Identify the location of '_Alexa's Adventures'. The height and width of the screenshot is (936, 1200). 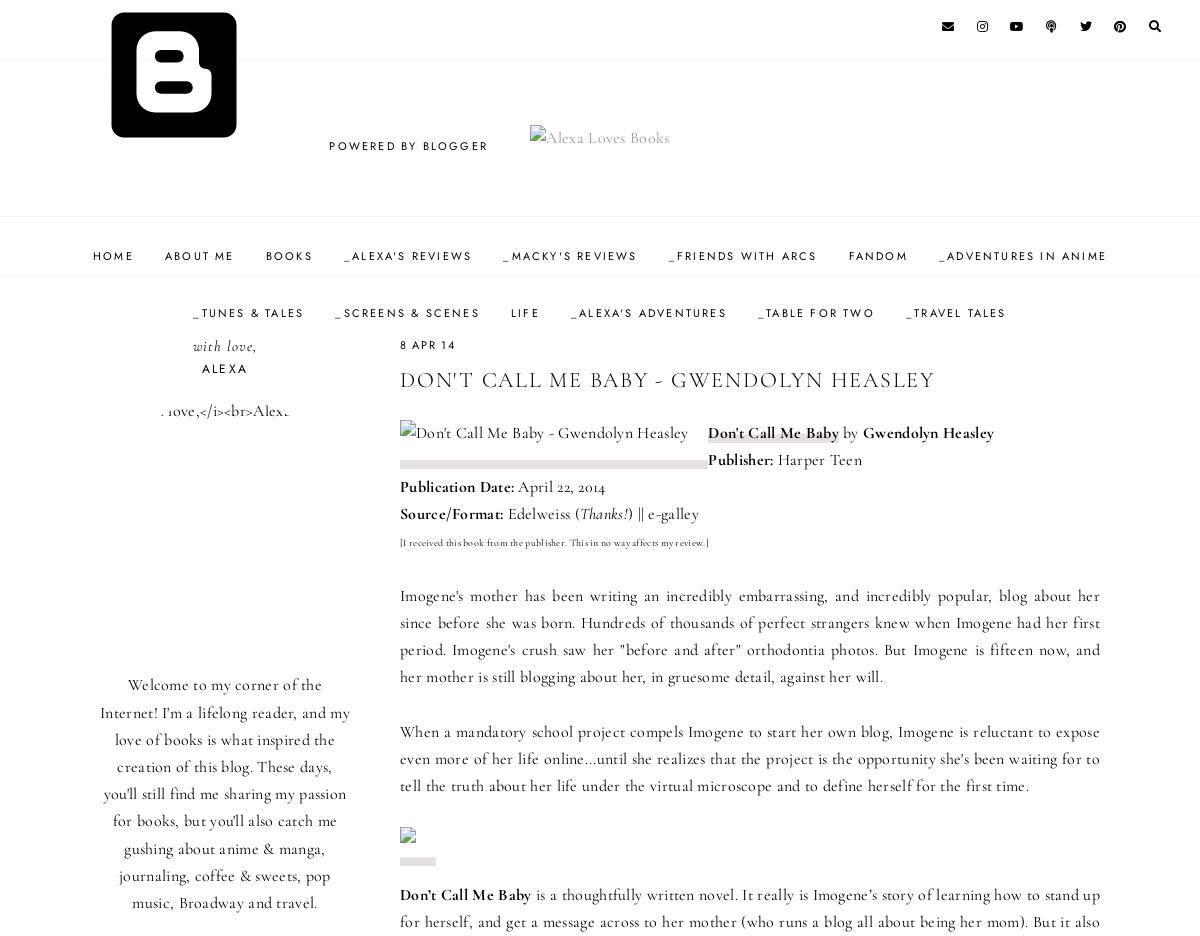
(648, 312).